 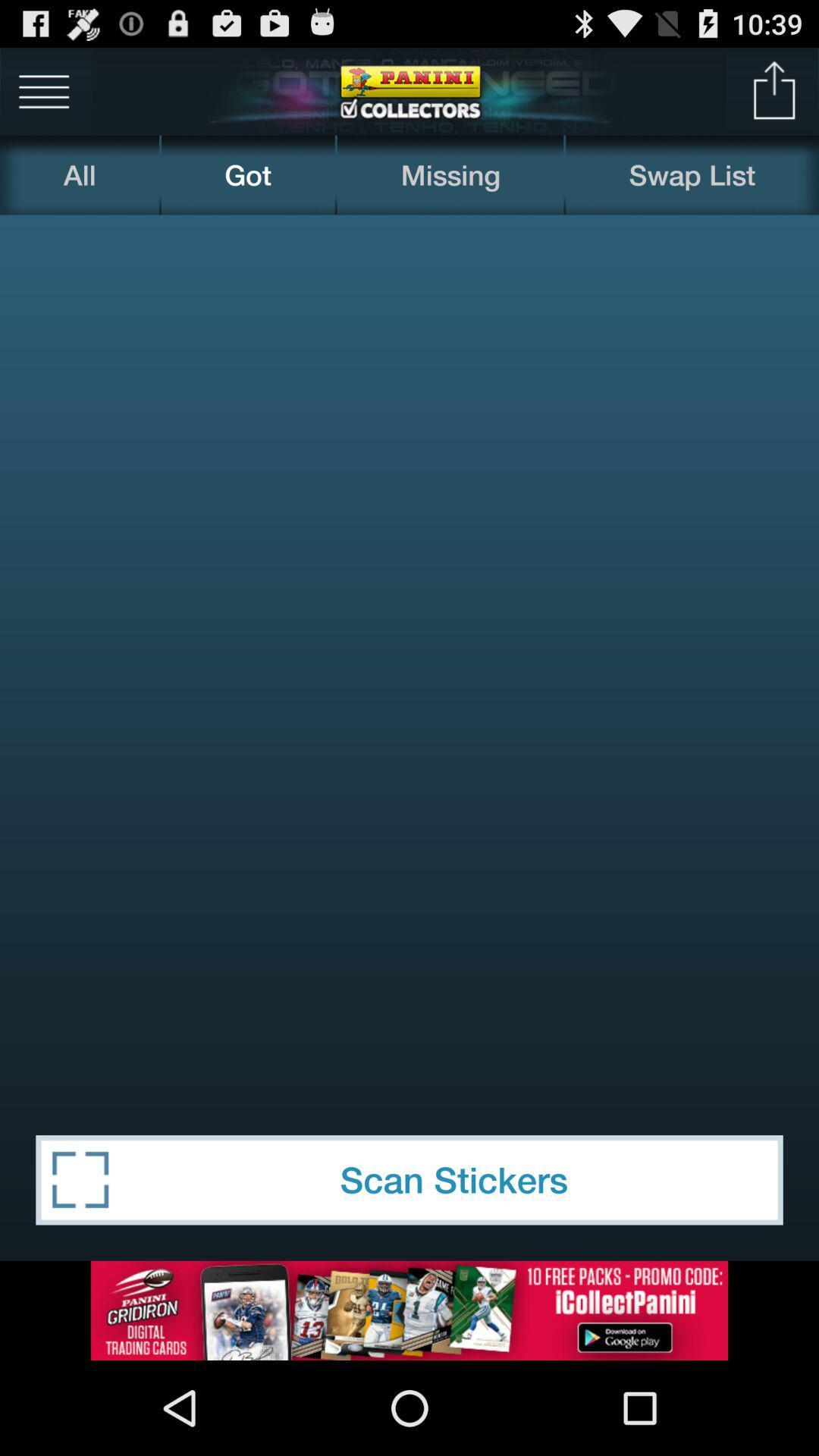 I want to click on the scan stickers item, so click(x=409, y=1179).